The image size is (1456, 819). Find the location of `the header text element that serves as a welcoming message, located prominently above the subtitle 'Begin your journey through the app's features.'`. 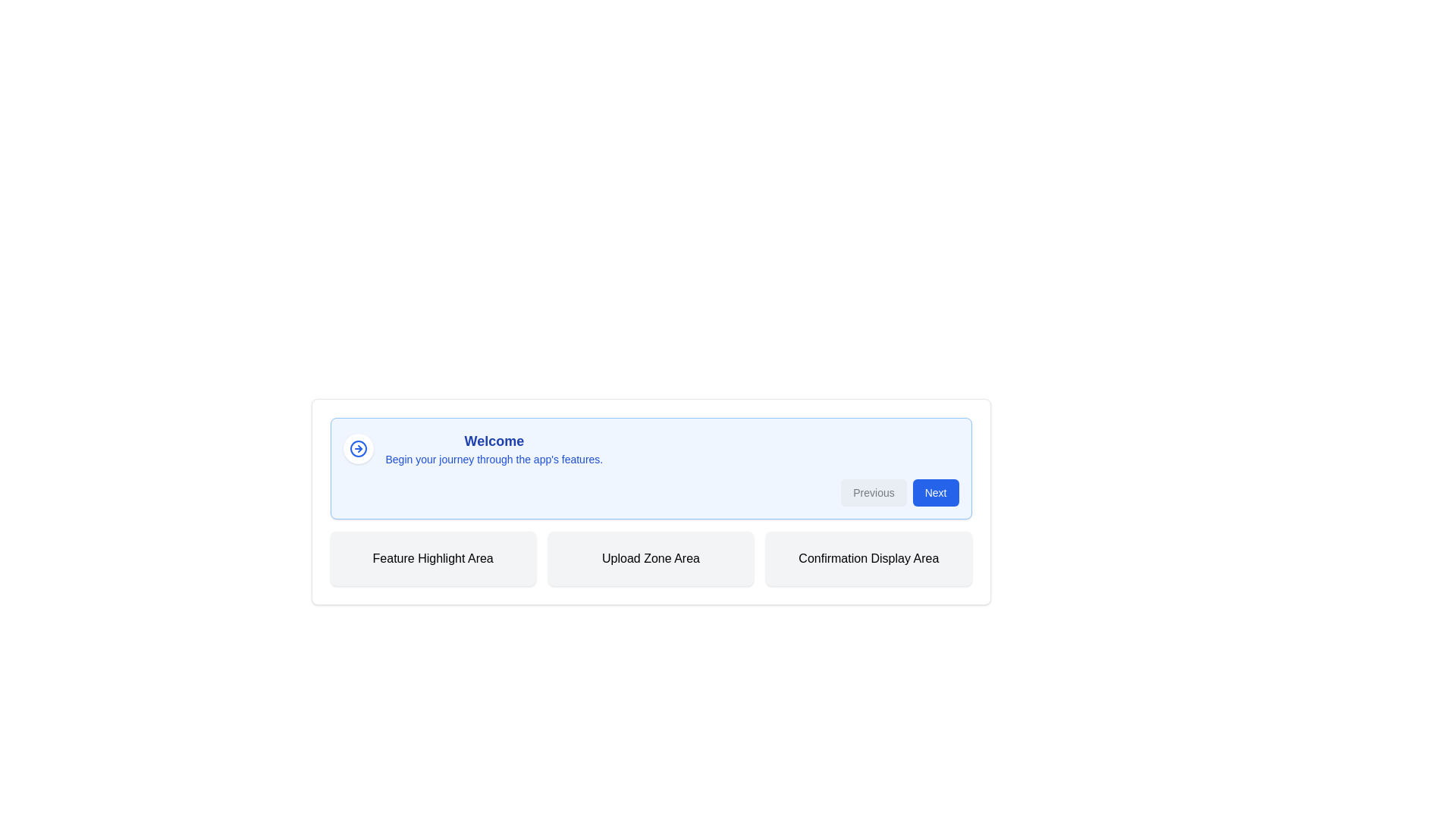

the header text element that serves as a welcoming message, located prominently above the subtitle 'Begin your journey through the app's features.' is located at coordinates (494, 441).